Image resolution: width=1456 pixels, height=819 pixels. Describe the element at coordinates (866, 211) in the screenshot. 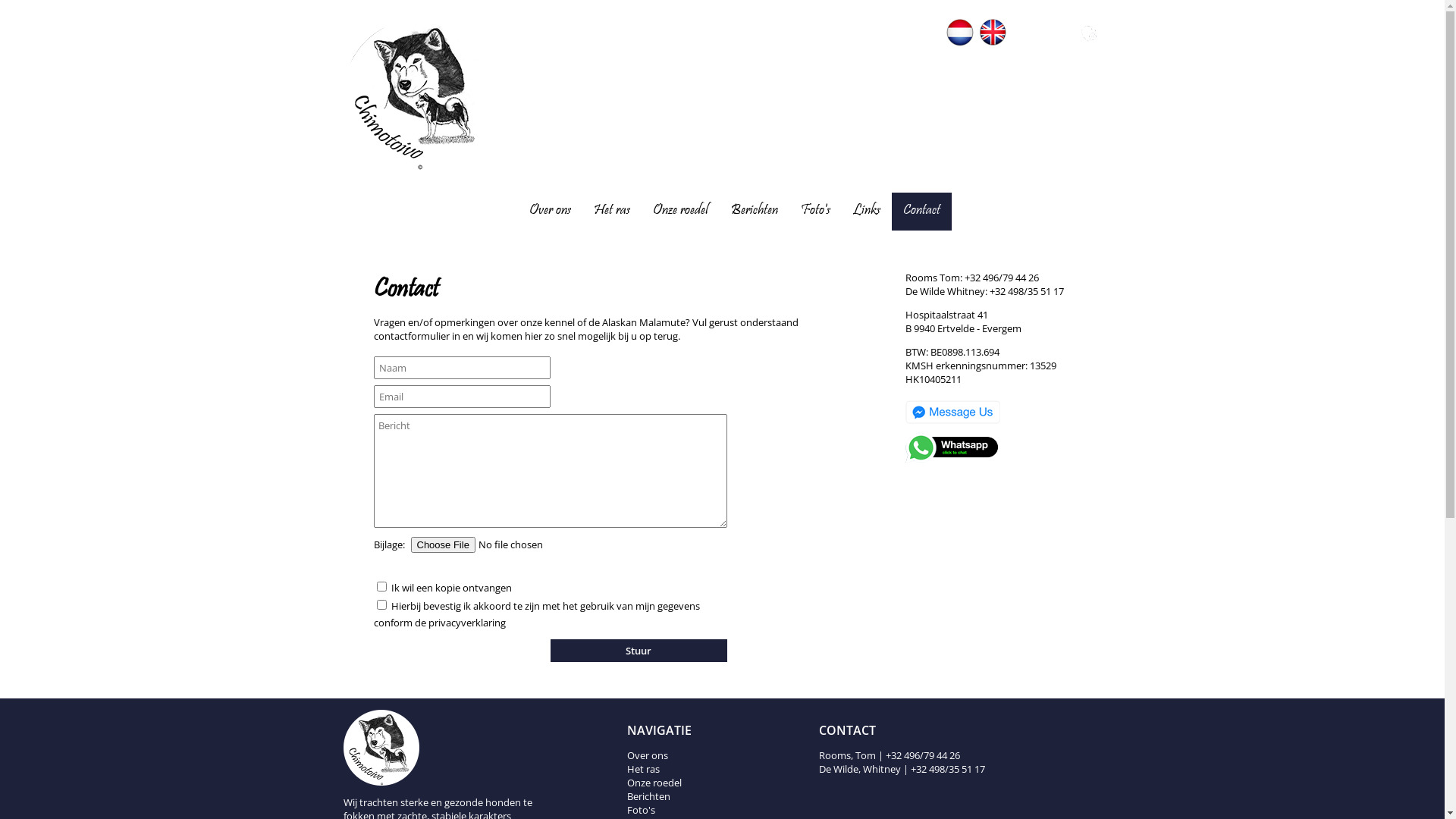

I see `'Links'` at that location.